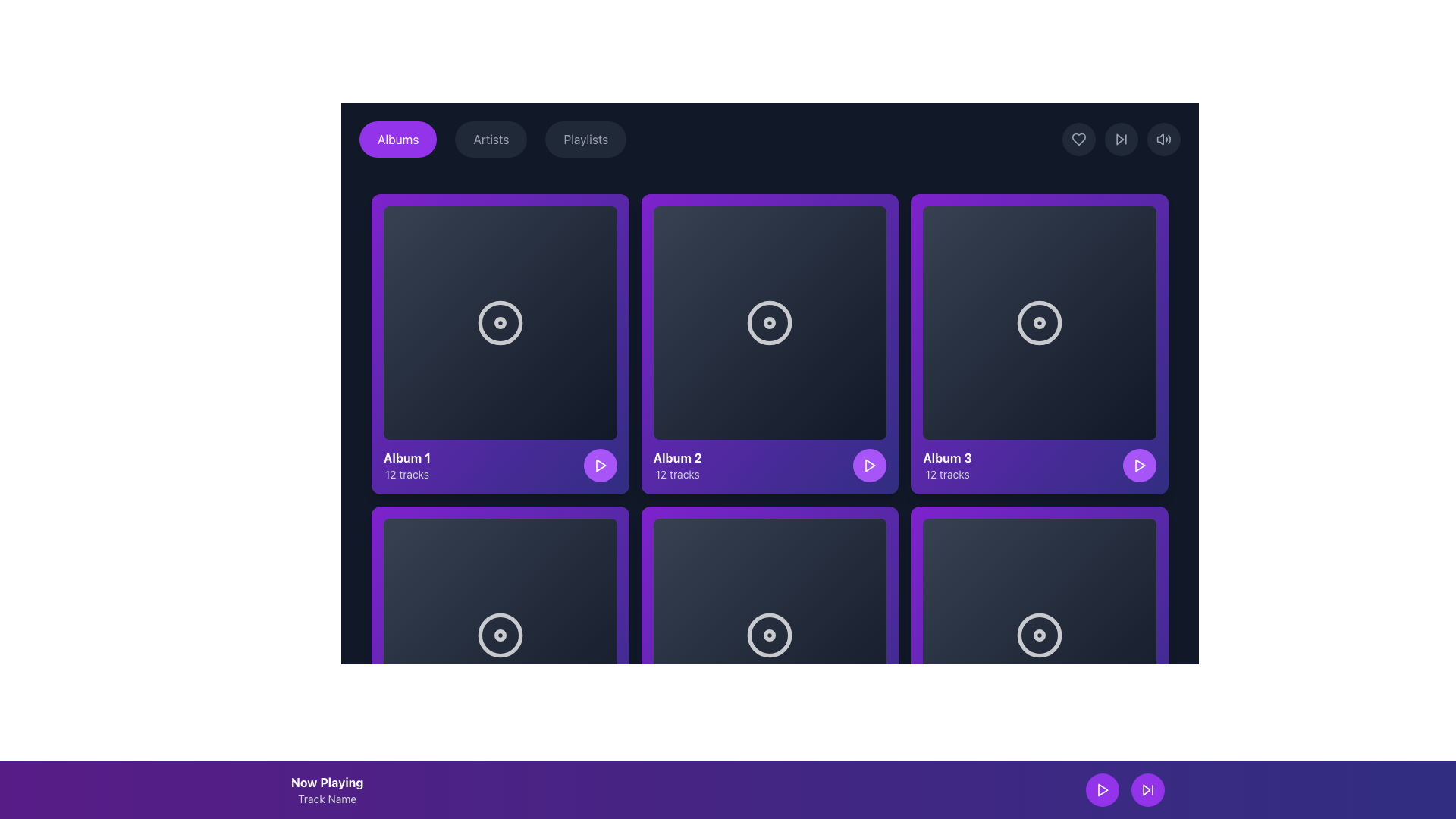 This screenshot has height=819, width=1456. What do you see at coordinates (1039, 322) in the screenshot?
I see `the inner circle of the central disc icon located in the third card of the top row in the 'Albums' section` at bounding box center [1039, 322].